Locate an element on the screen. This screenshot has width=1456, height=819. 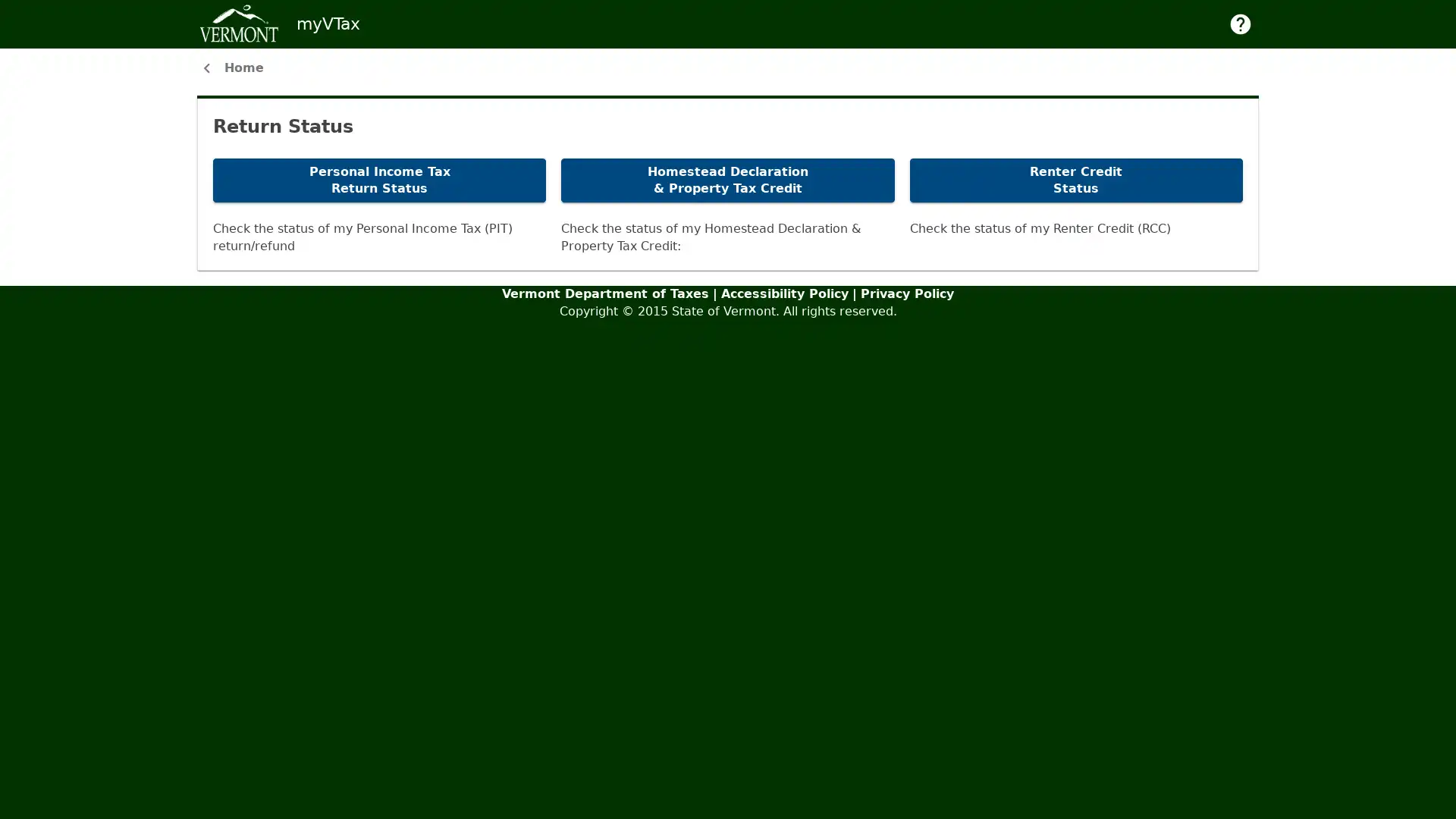
Renter Credit Status is located at coordinates (1075, 179).